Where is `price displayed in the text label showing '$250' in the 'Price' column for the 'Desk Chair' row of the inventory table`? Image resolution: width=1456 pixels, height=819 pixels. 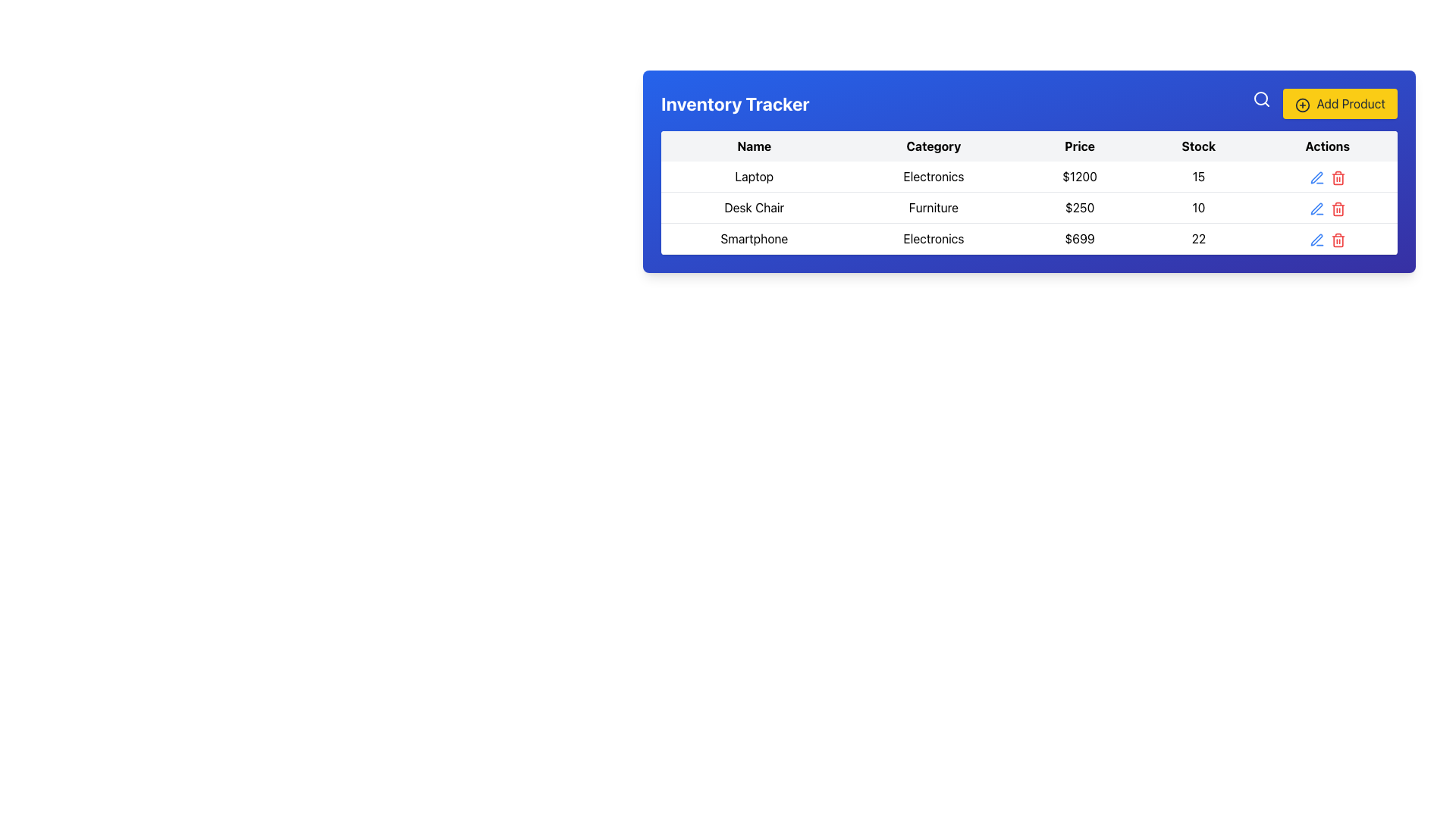
price displayed in the text label showing '$250' in the 'Price' column for the 'Desk Chair' row of the inventory table is located at coordinates (1079, 207).